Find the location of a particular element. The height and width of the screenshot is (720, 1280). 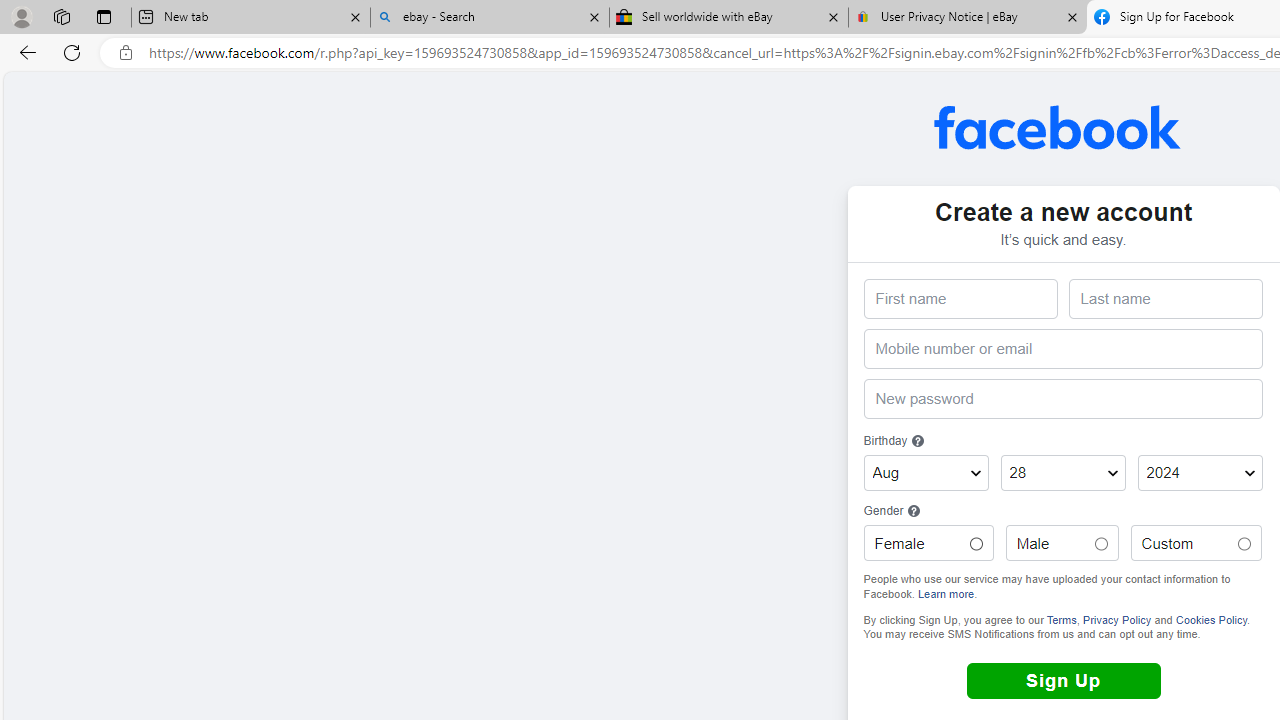

'Cookies Policy' is located at coordinates (1210, 618).